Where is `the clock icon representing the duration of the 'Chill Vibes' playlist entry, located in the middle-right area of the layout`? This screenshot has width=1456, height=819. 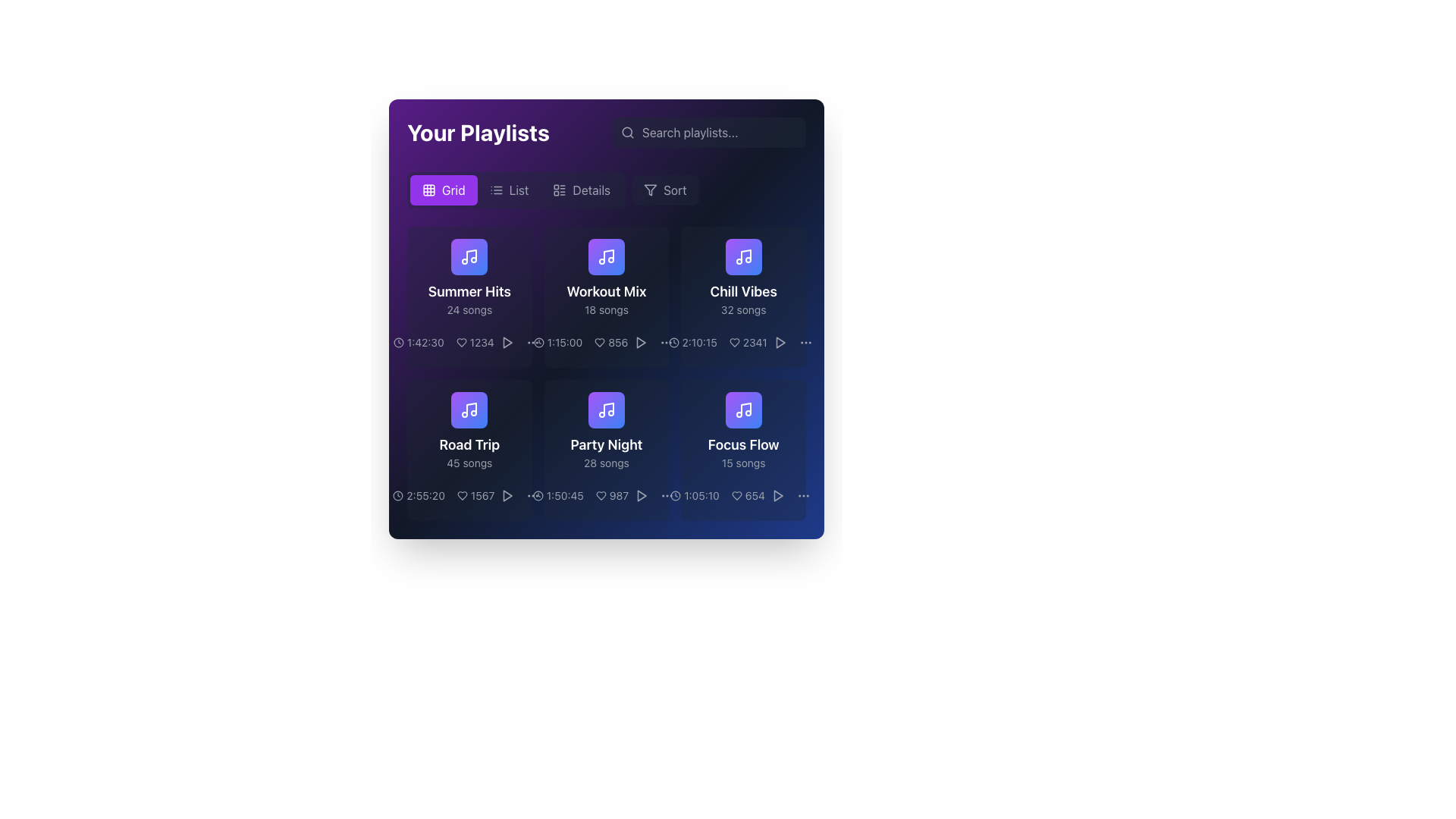
the clock icon representing the duration of the 'Chill Vibes' playlist entry, located in the middle-right area of the layout is located at coordinates (673, 342).